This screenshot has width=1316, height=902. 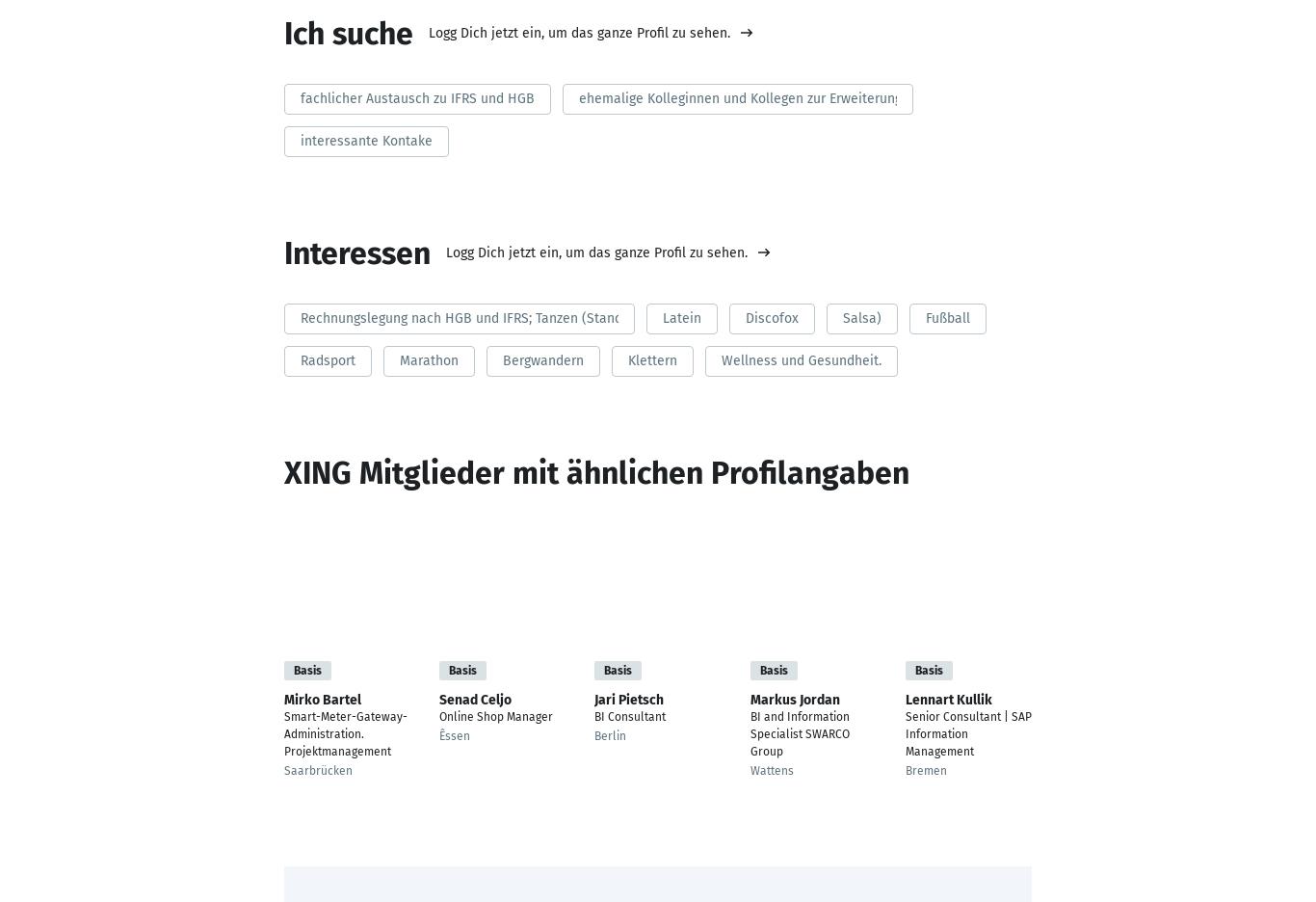 I want to click on 'Istvan Bogdan', so click(x=1059, y=698).